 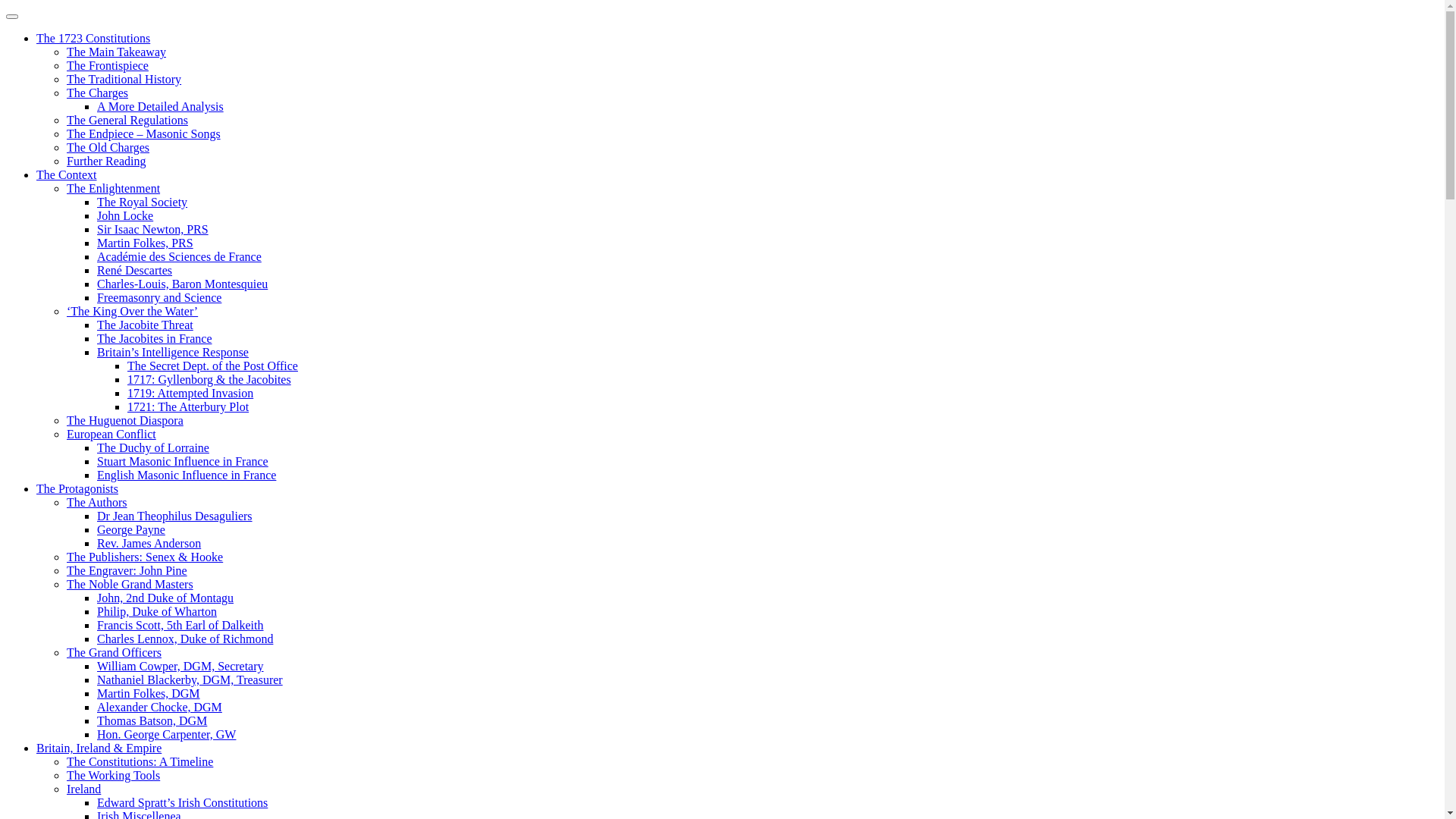 I want to click on 'The Old Charges', so click(x=107, y=147).